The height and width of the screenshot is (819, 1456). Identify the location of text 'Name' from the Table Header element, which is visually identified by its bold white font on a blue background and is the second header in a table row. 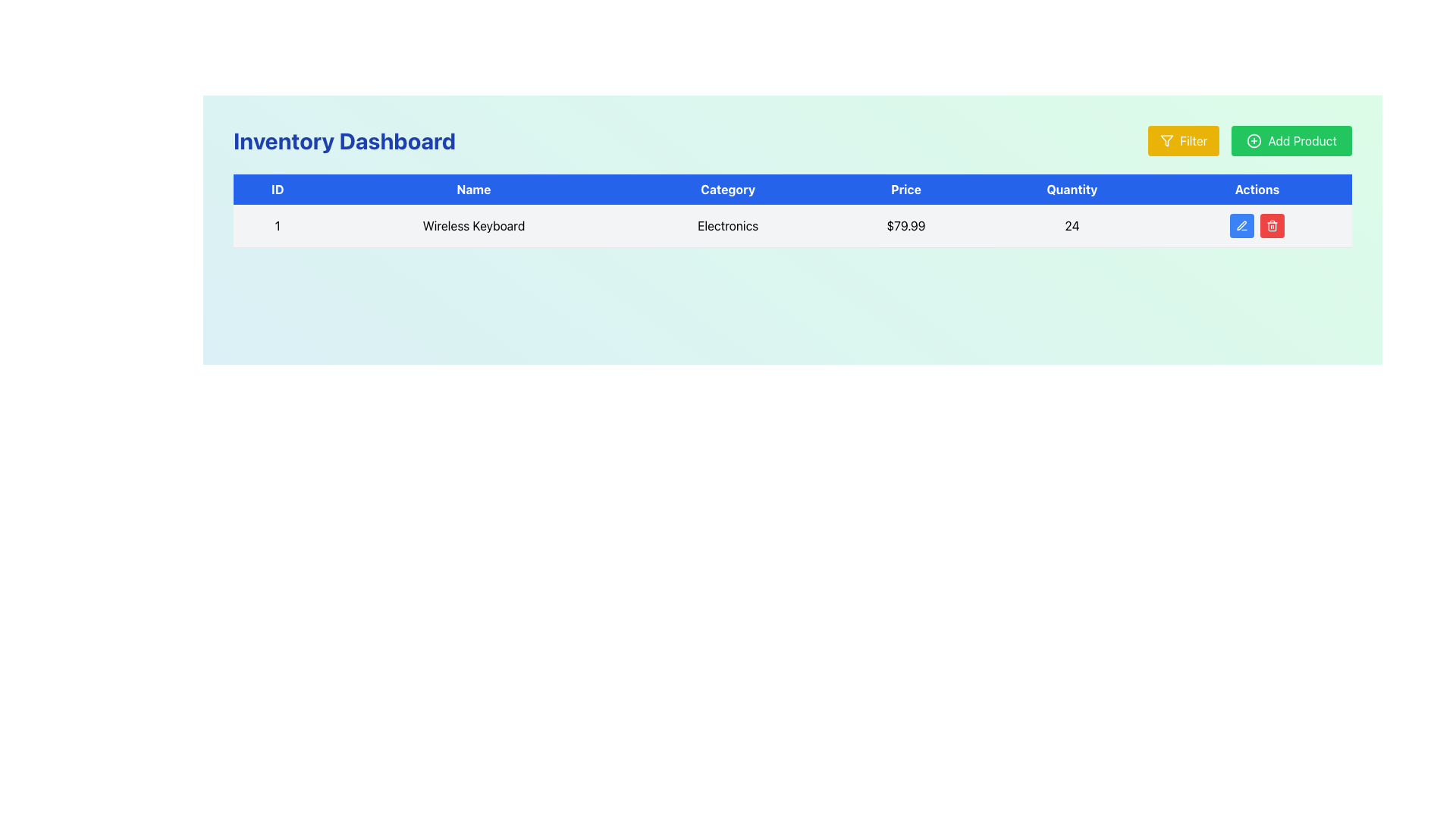
(472, 189).